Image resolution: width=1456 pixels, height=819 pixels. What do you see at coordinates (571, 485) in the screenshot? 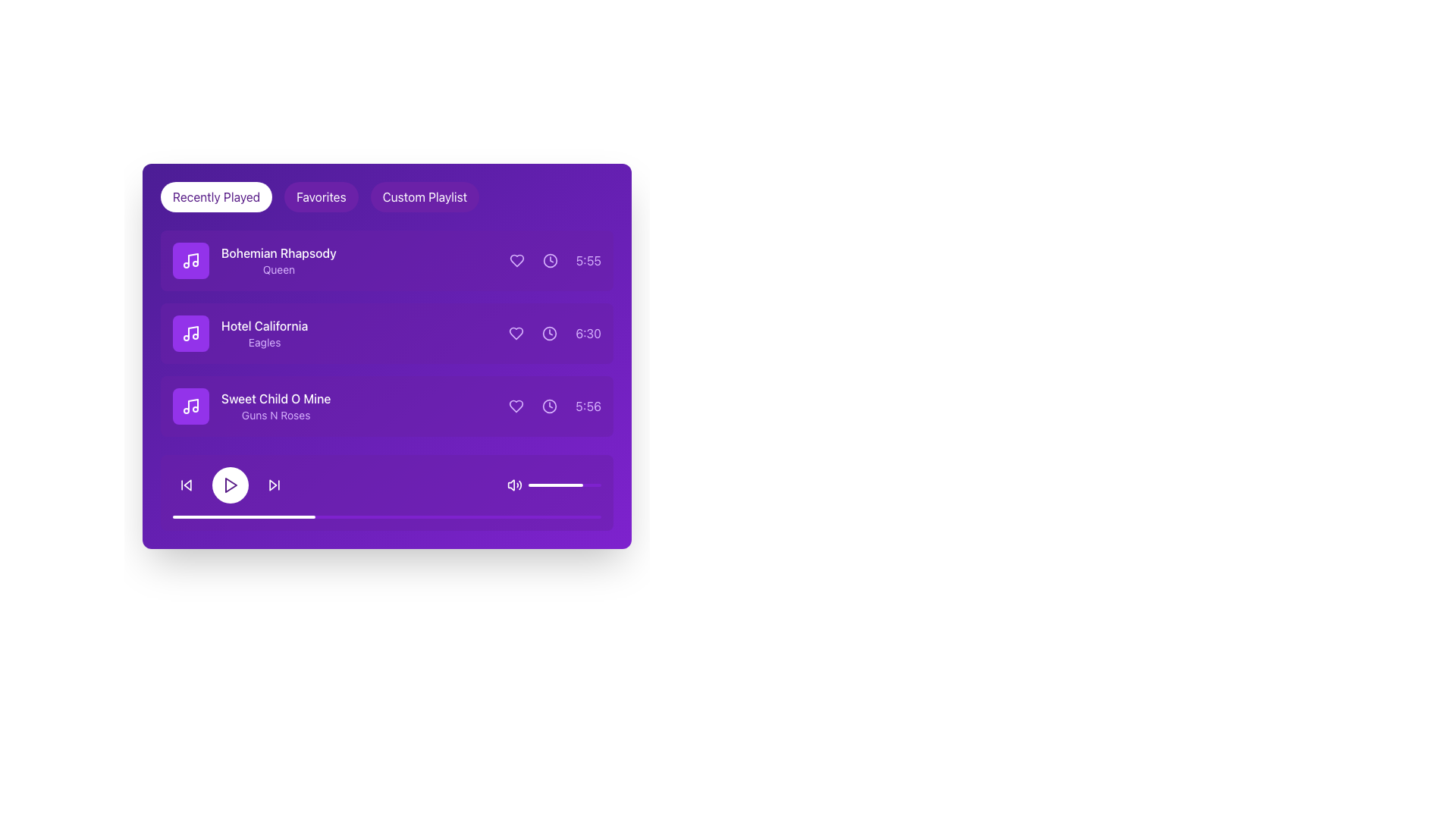
I see `the volume level` at bounding box center [571, 485].